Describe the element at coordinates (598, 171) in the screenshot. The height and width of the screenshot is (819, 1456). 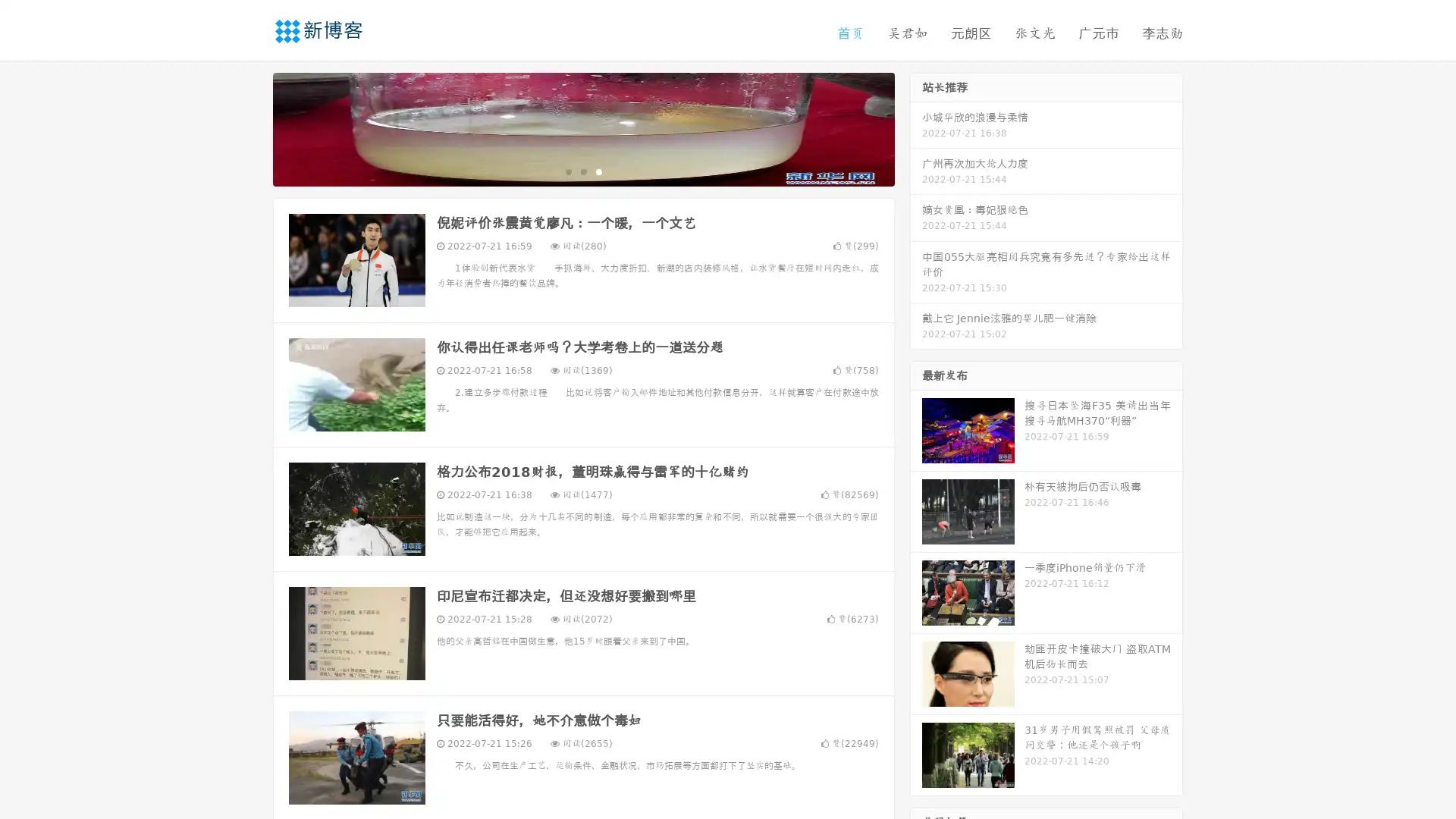
I see `Go to slide 3` at that location.